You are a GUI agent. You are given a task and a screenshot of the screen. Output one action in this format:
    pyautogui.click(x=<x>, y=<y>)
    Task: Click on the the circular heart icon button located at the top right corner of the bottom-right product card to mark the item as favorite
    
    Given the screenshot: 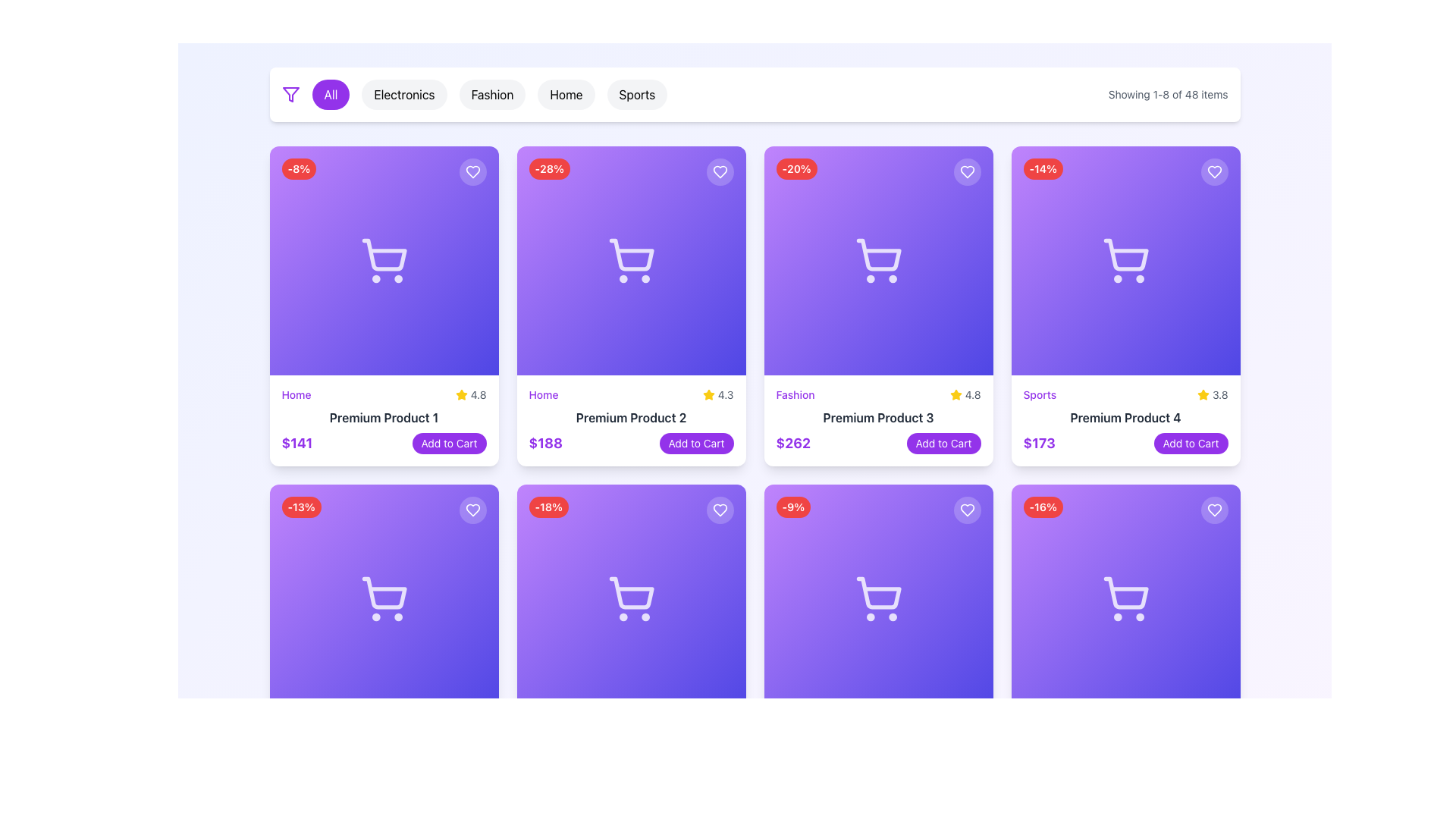 What is the action you would take?
    pyautogui.click(x=1214, y=510)
    